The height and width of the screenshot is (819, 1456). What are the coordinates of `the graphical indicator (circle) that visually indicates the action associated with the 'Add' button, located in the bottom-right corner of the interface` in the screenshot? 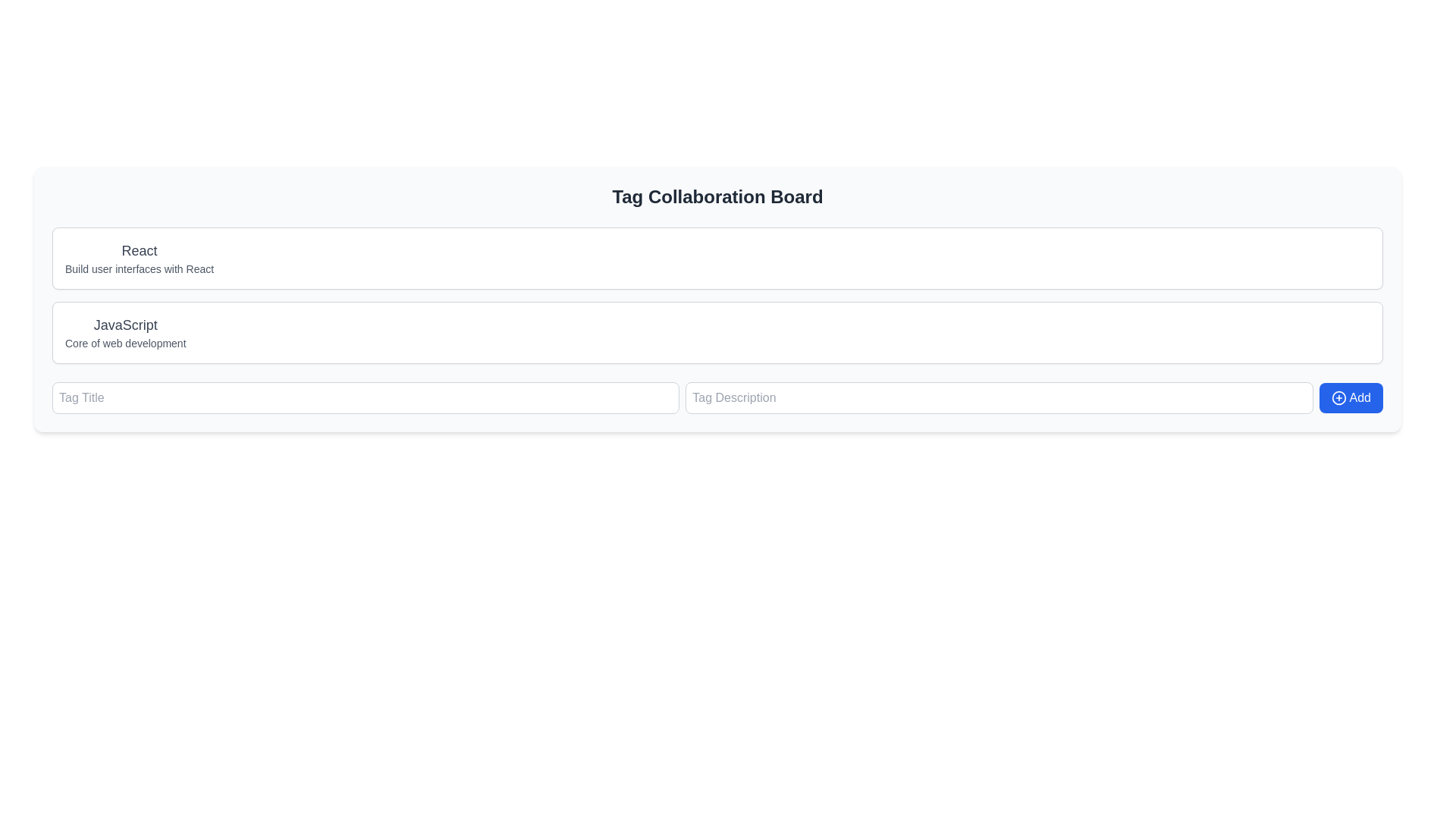 It's located at (1338, 397).